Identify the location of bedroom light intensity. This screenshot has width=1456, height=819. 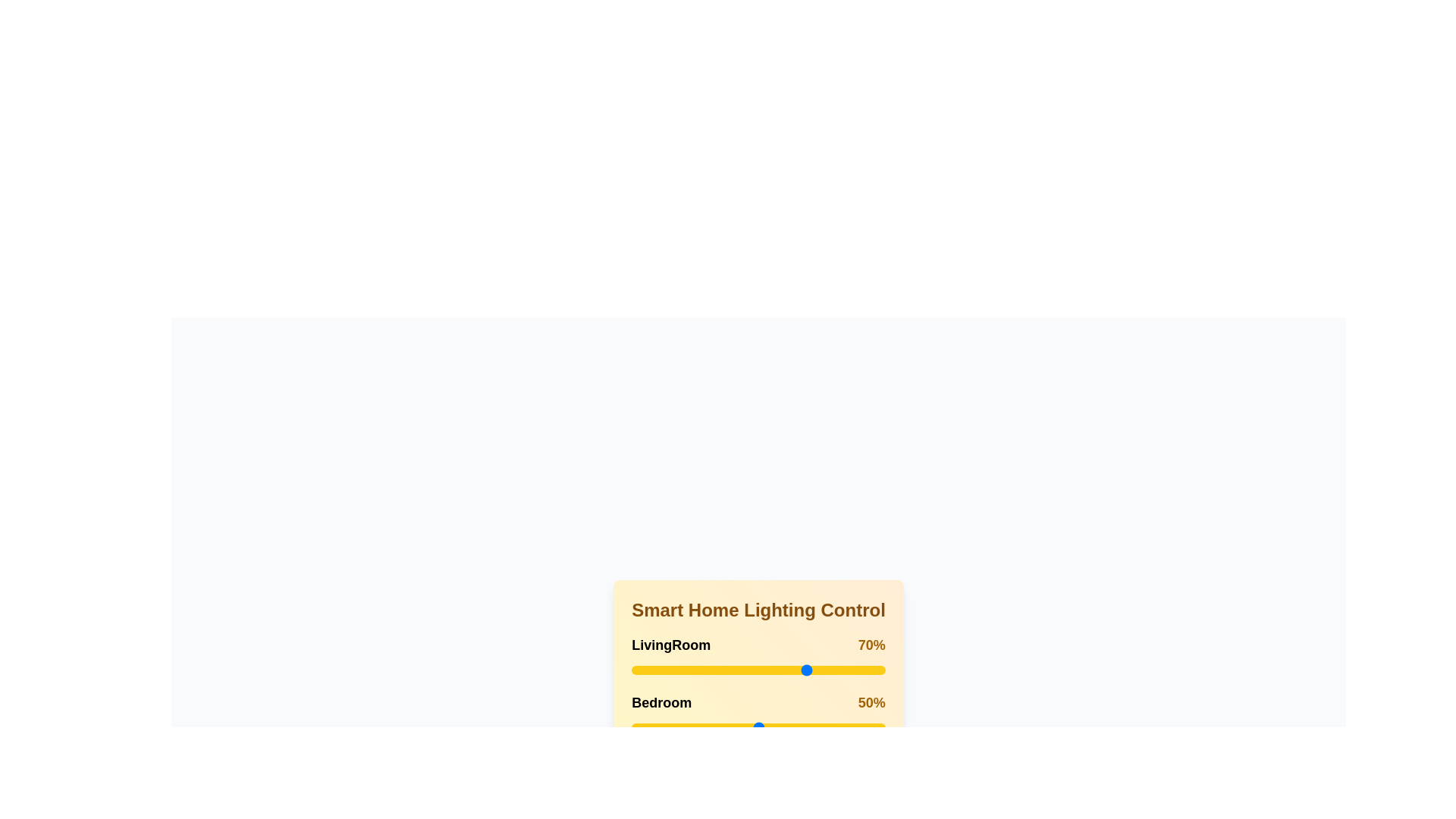
(799, 727).